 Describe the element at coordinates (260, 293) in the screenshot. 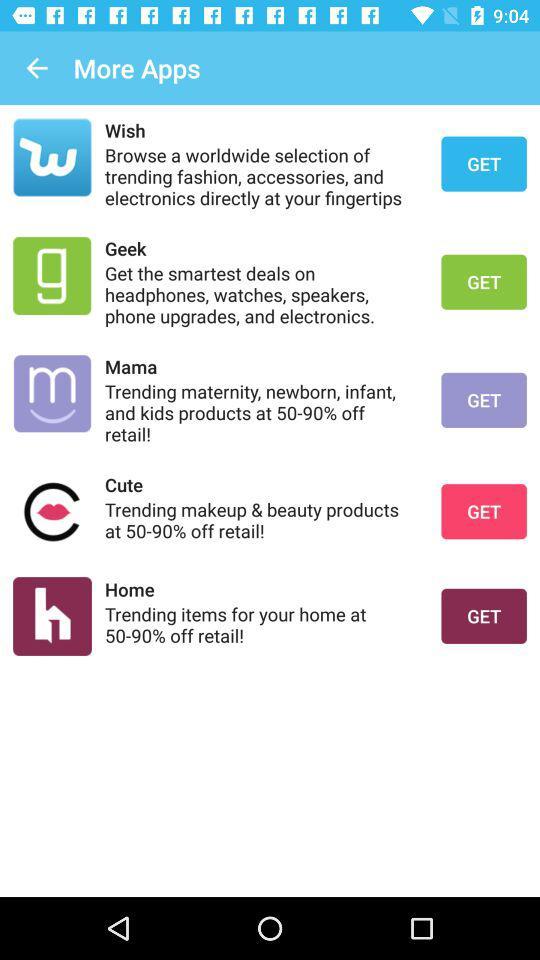

I see `get the smartest item` at that location.